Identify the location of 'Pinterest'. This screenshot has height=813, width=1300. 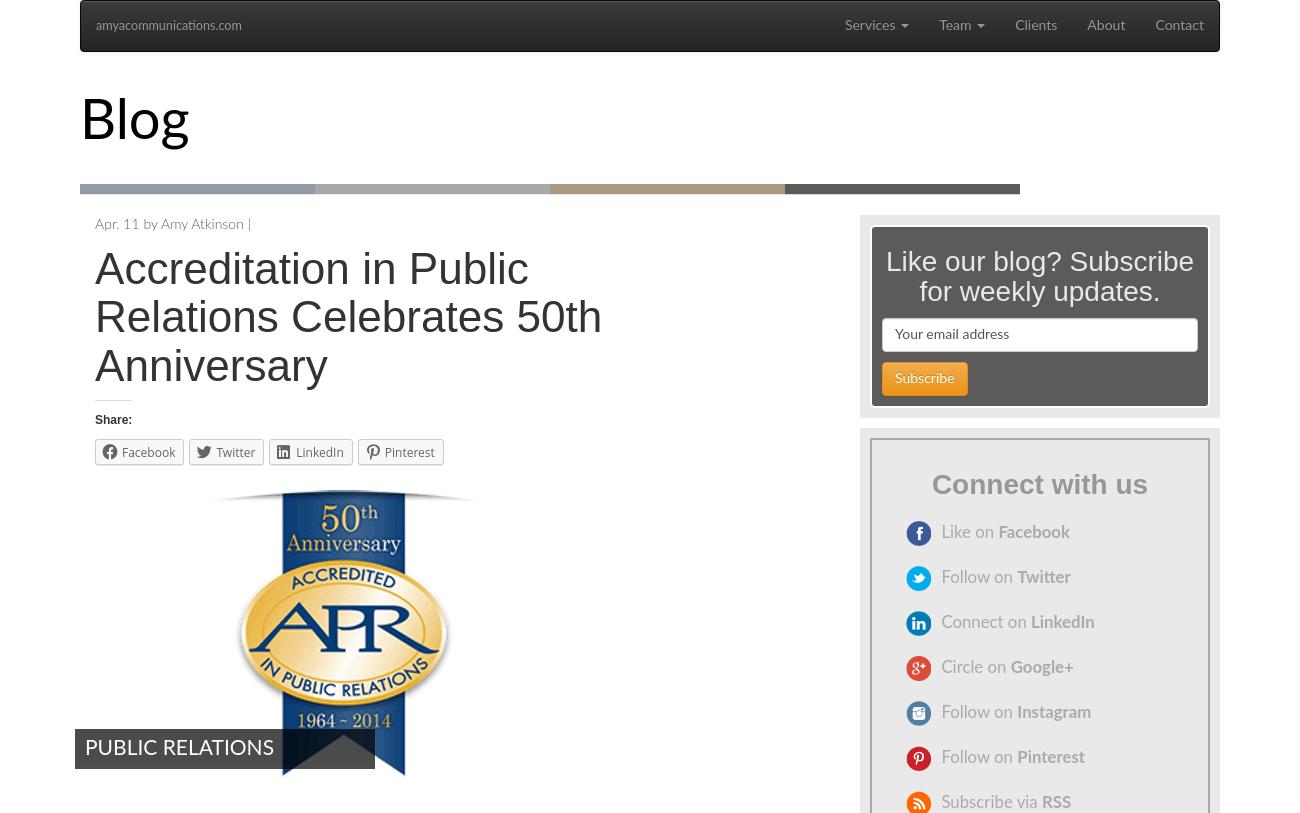
(1051, 757).